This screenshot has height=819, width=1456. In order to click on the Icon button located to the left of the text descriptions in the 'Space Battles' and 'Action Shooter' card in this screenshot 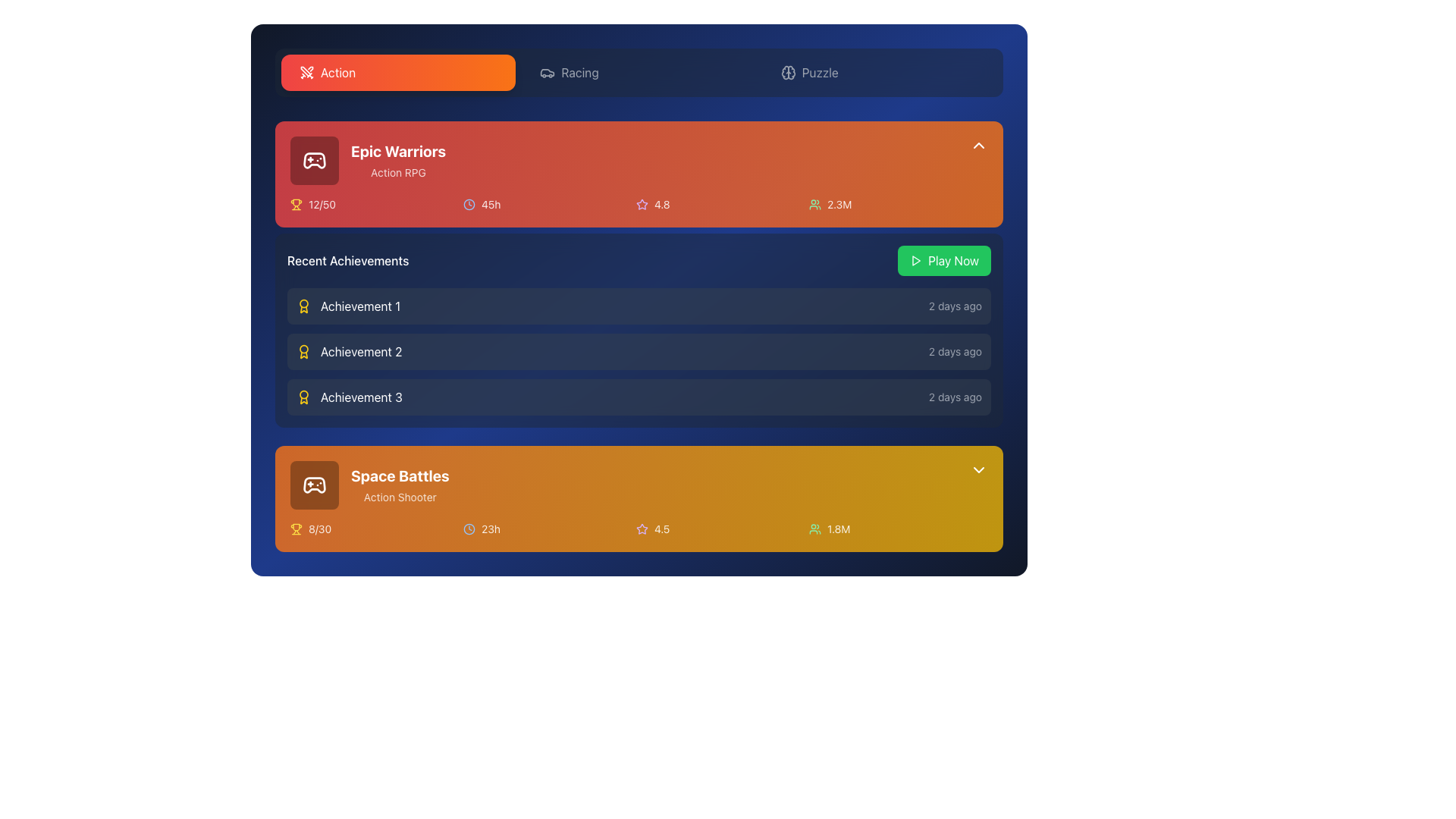, I will do `click(313, 485)`.